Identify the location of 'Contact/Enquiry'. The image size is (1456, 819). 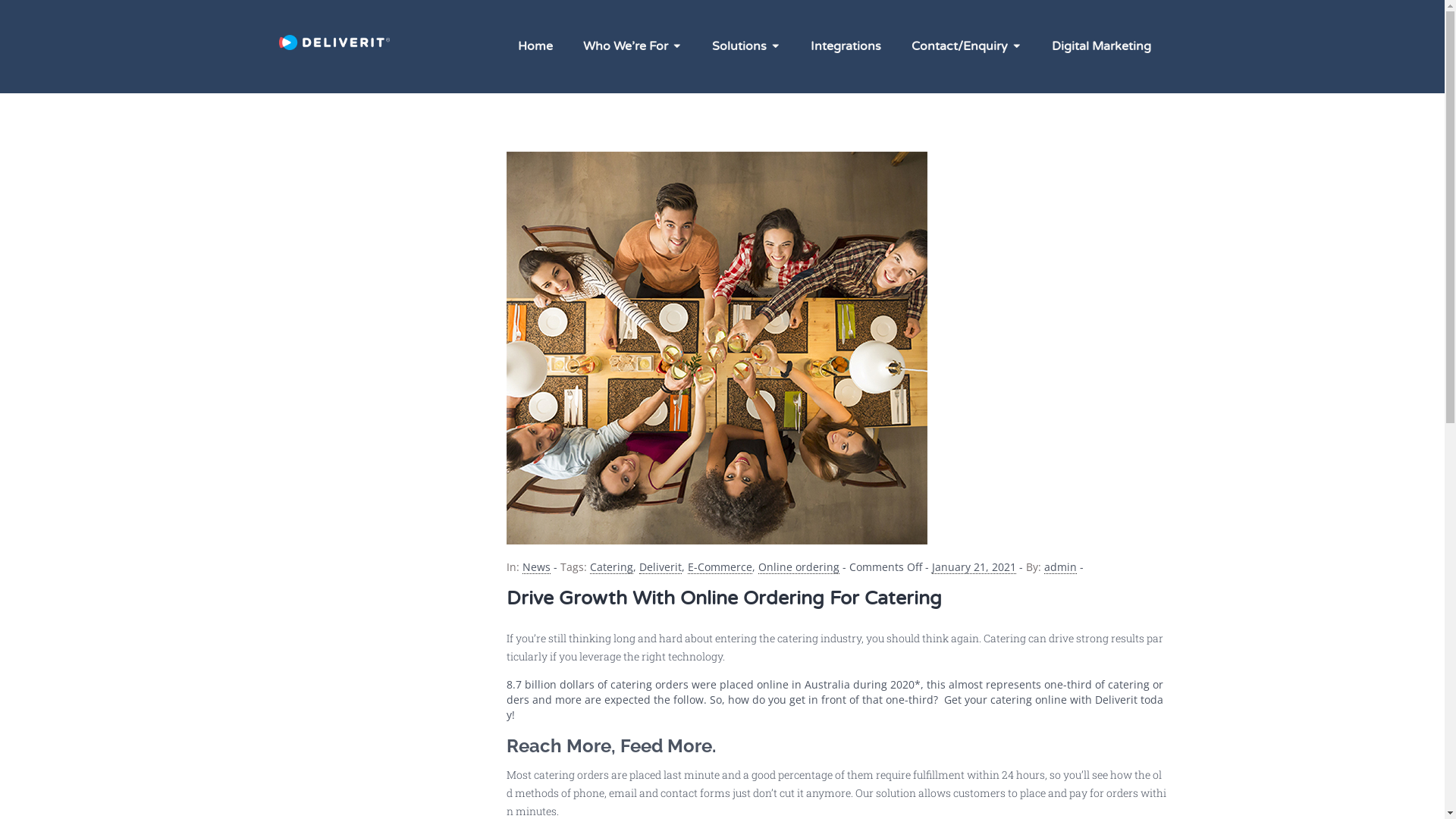
(965, 45).